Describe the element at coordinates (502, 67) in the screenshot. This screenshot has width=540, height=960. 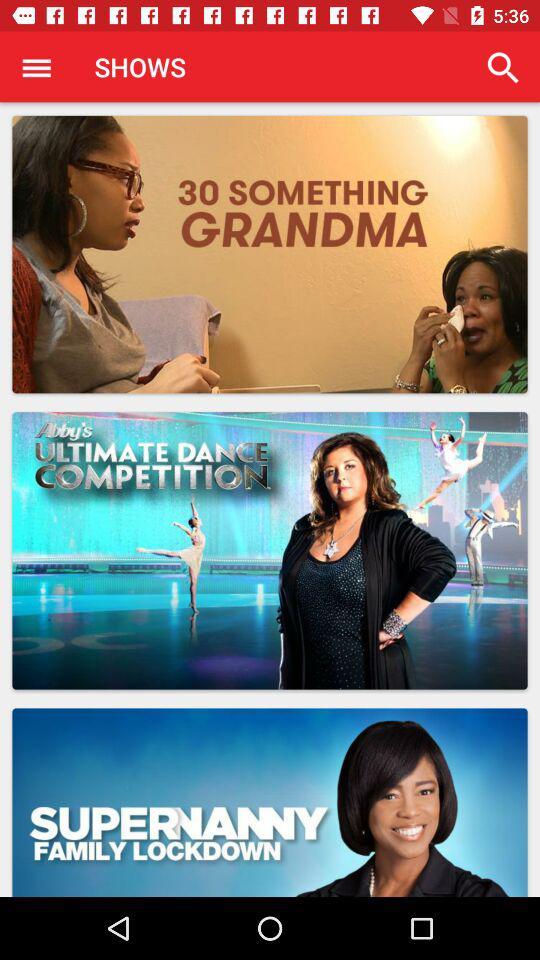
I see `icon next to the shows item` at that location.